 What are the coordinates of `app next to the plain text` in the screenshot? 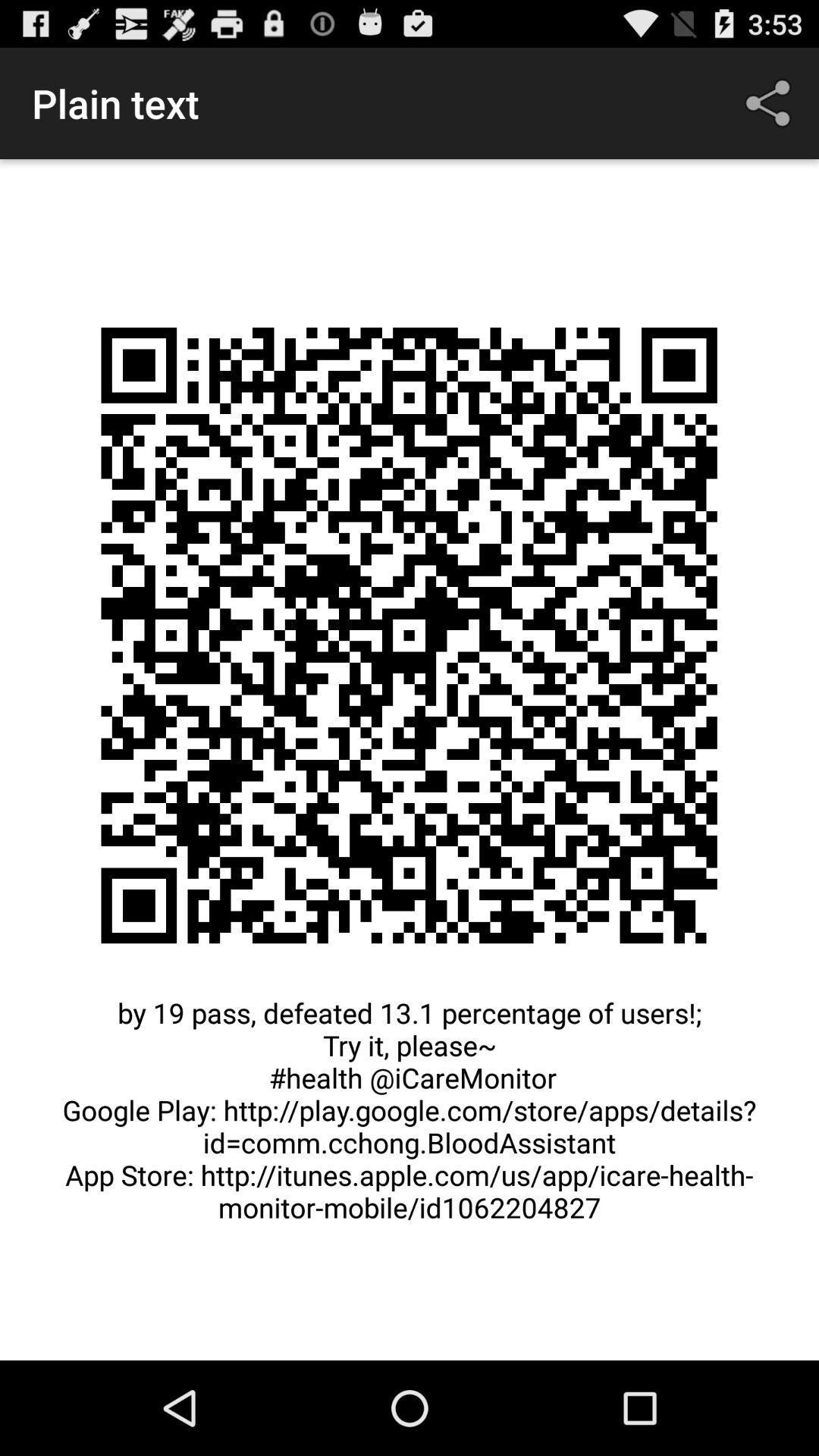 It's located at (771, 102).